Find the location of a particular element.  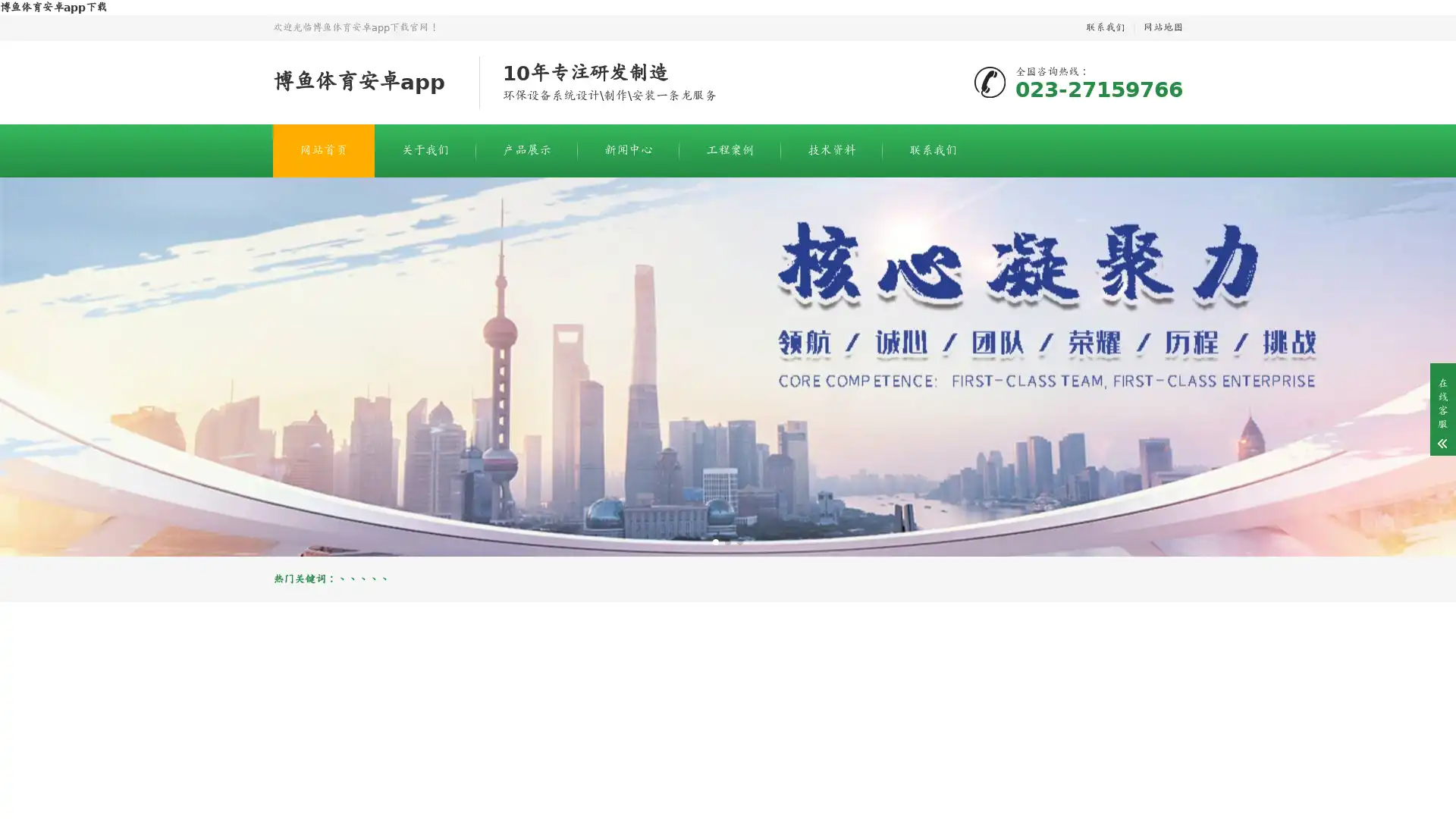

Go to slide 2 is located at coordinates (728, 541).